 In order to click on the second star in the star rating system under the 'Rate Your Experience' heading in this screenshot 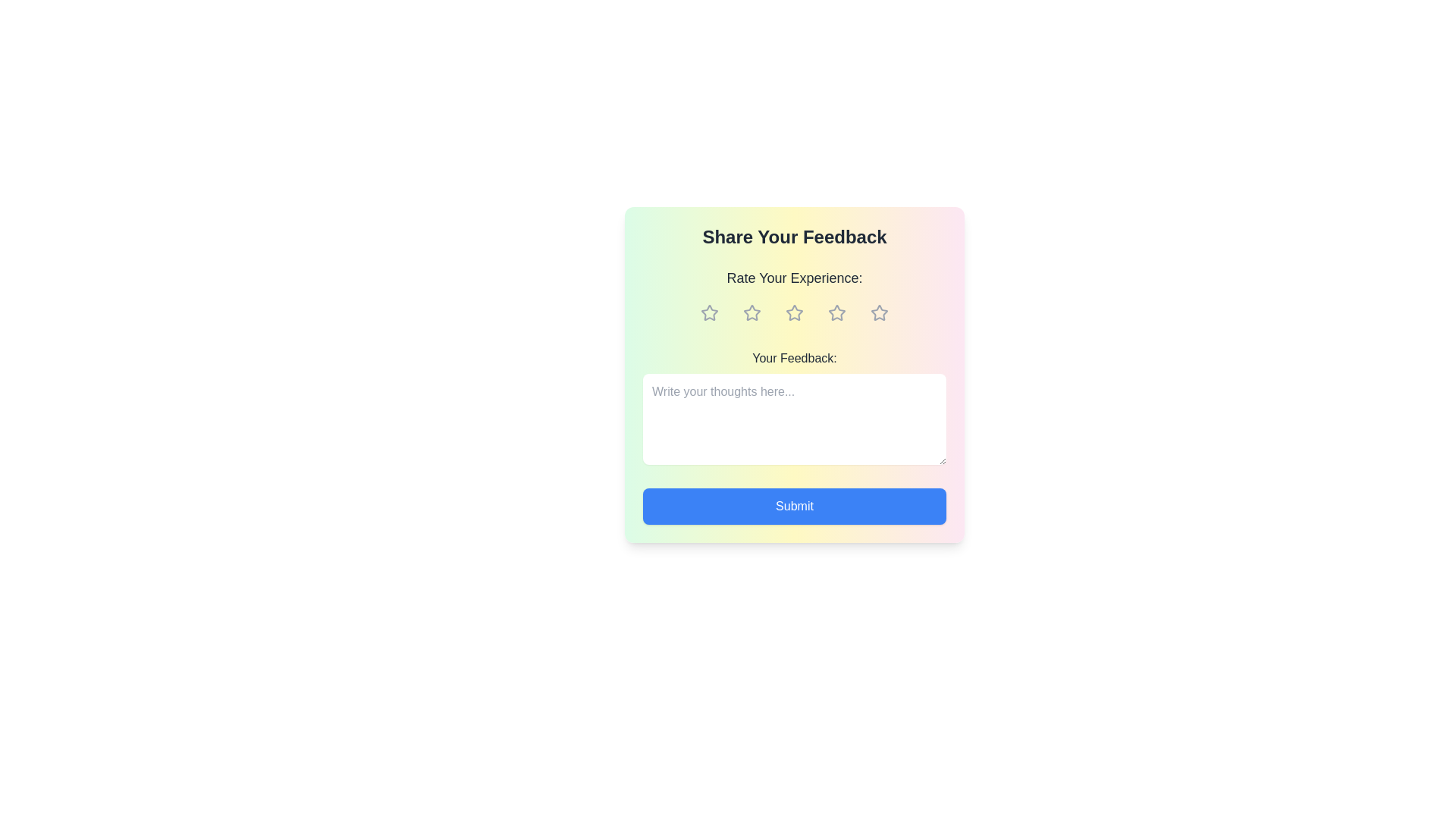, I will do `click(752, 312)`.